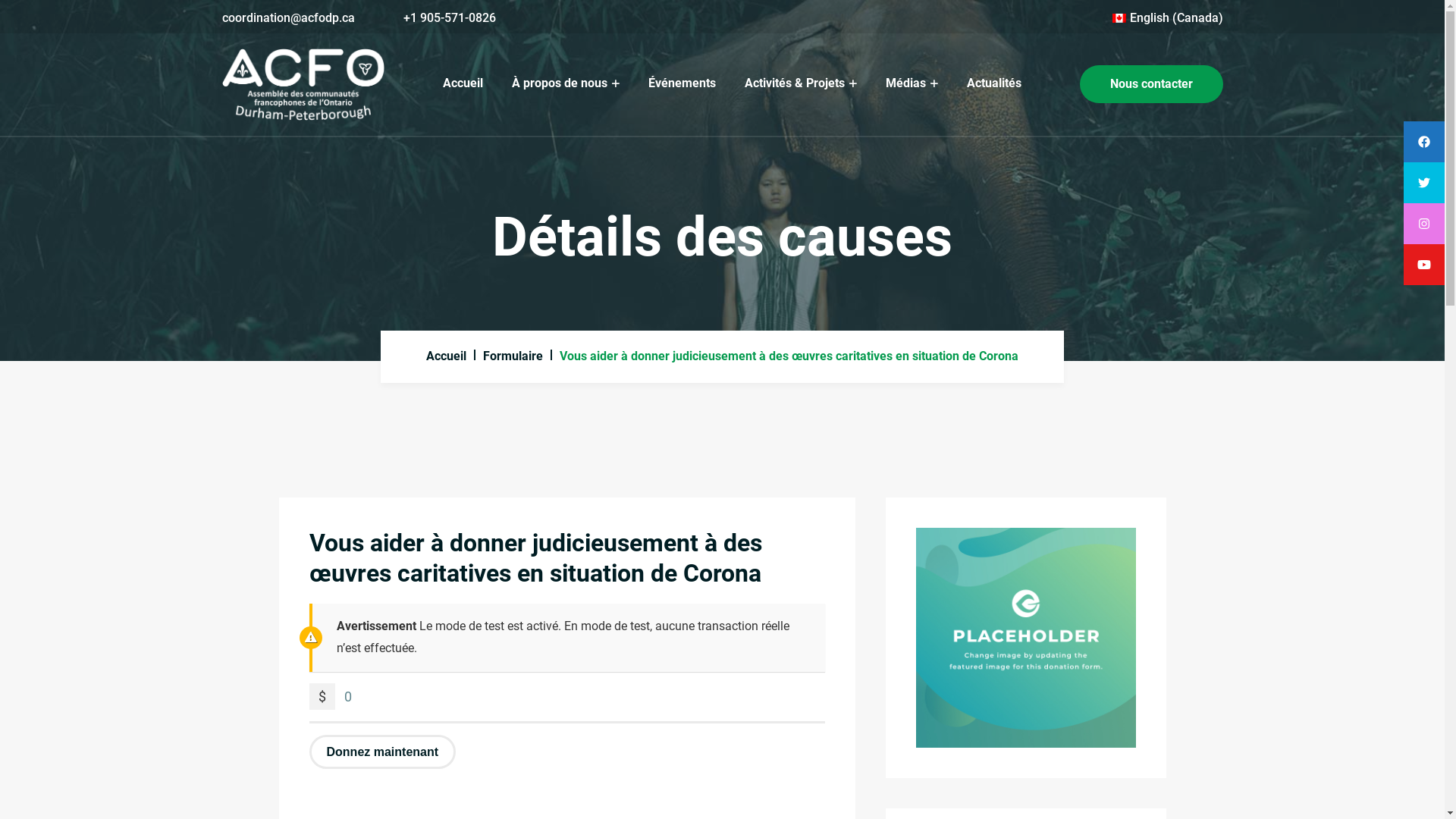 Image resolution: width=1456 pixels, height=819 pixels. Describe the element at coordinates (302, 84) in the screenshot. I see `'ACFODP'` at that location.